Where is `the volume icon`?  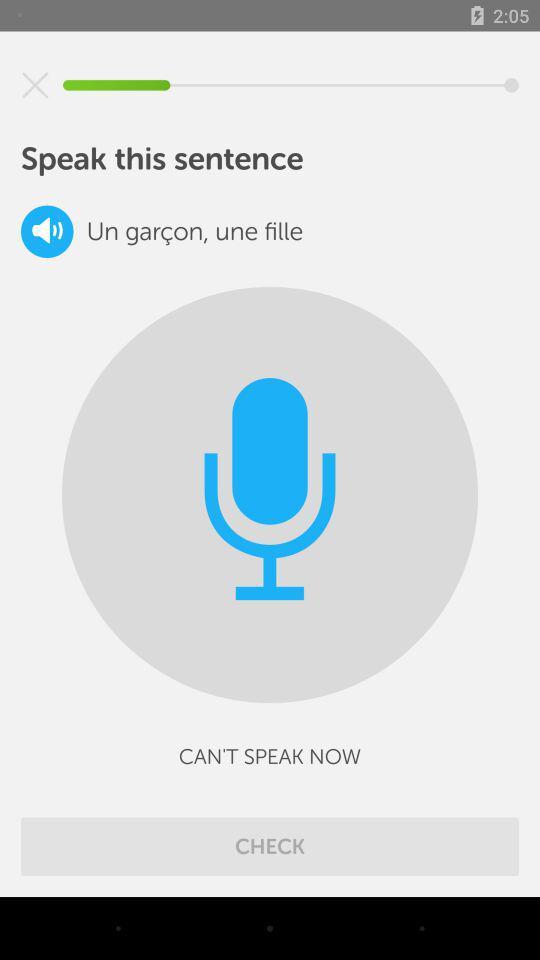
the volume icon is located at coordinates (47, 231).